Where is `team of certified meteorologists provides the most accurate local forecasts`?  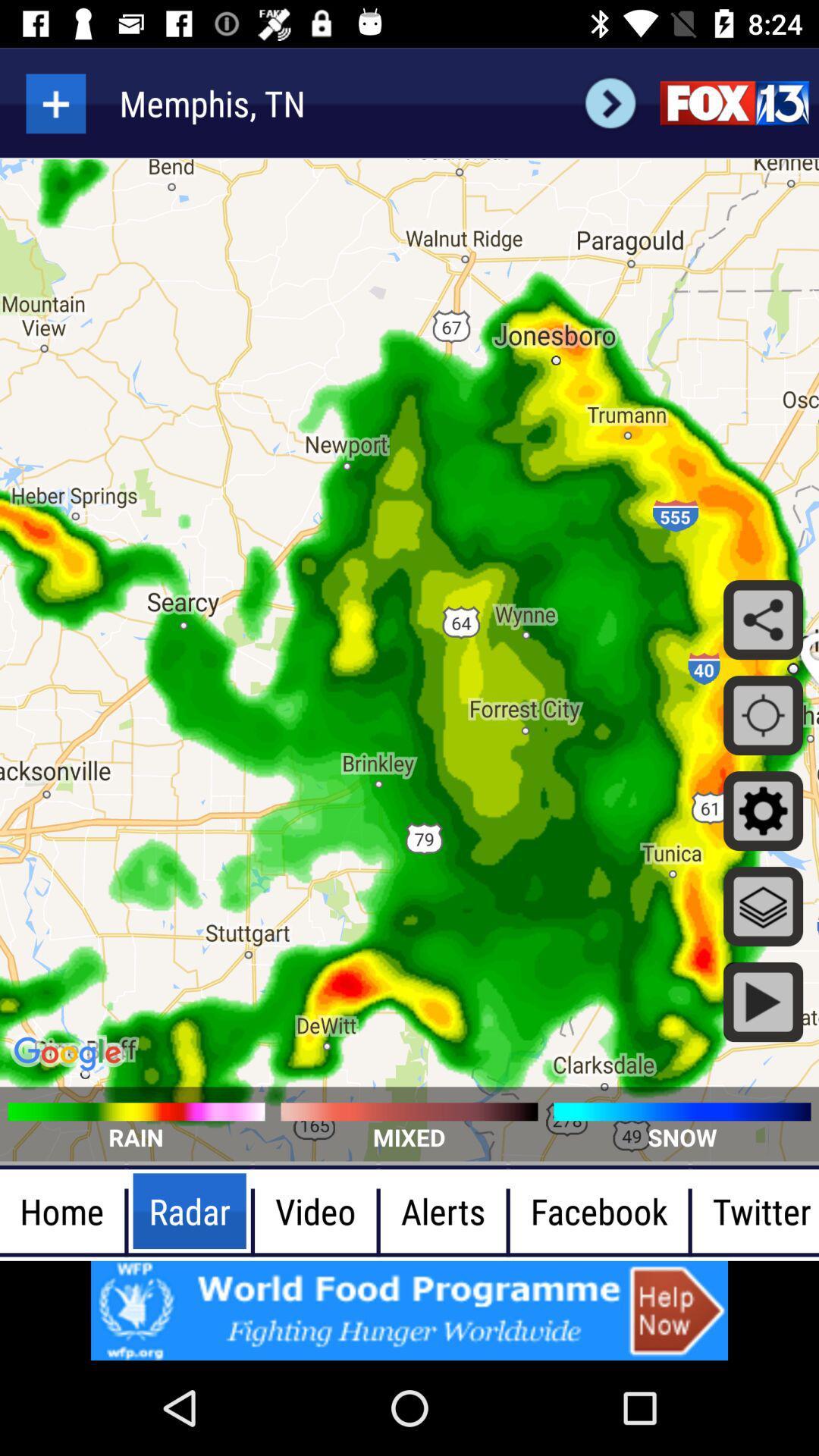
team of certified meteorologists provides the most accurate local forecasts is located at coordinates (733, 102).